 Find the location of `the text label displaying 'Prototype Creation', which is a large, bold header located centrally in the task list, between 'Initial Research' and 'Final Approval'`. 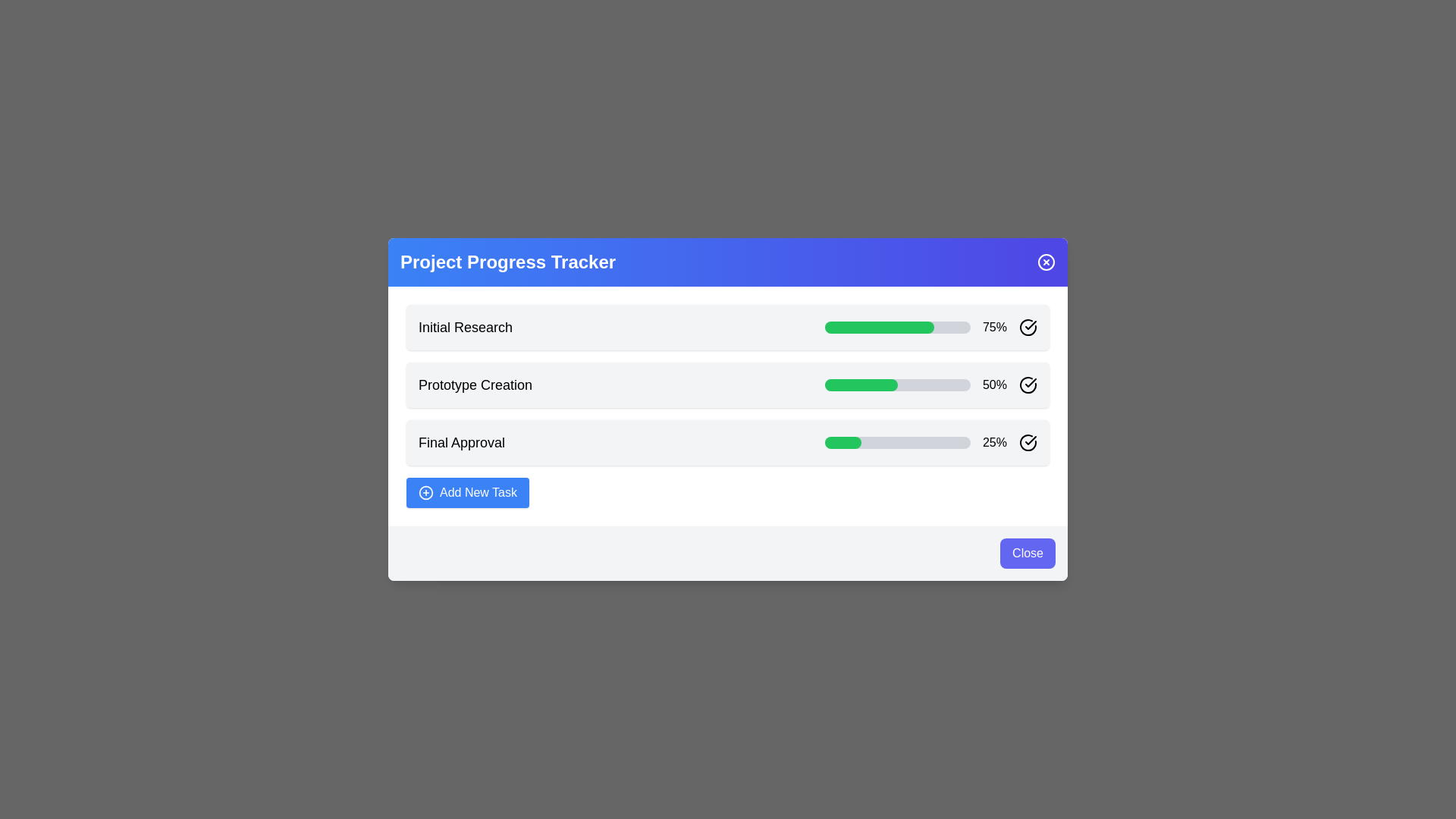

the text label displaying 'Prototype Creation', which is a large, bold header located centrally in the task list, between 'Initial Research' and 'Final Approval' is located at coordinates (475, 384).